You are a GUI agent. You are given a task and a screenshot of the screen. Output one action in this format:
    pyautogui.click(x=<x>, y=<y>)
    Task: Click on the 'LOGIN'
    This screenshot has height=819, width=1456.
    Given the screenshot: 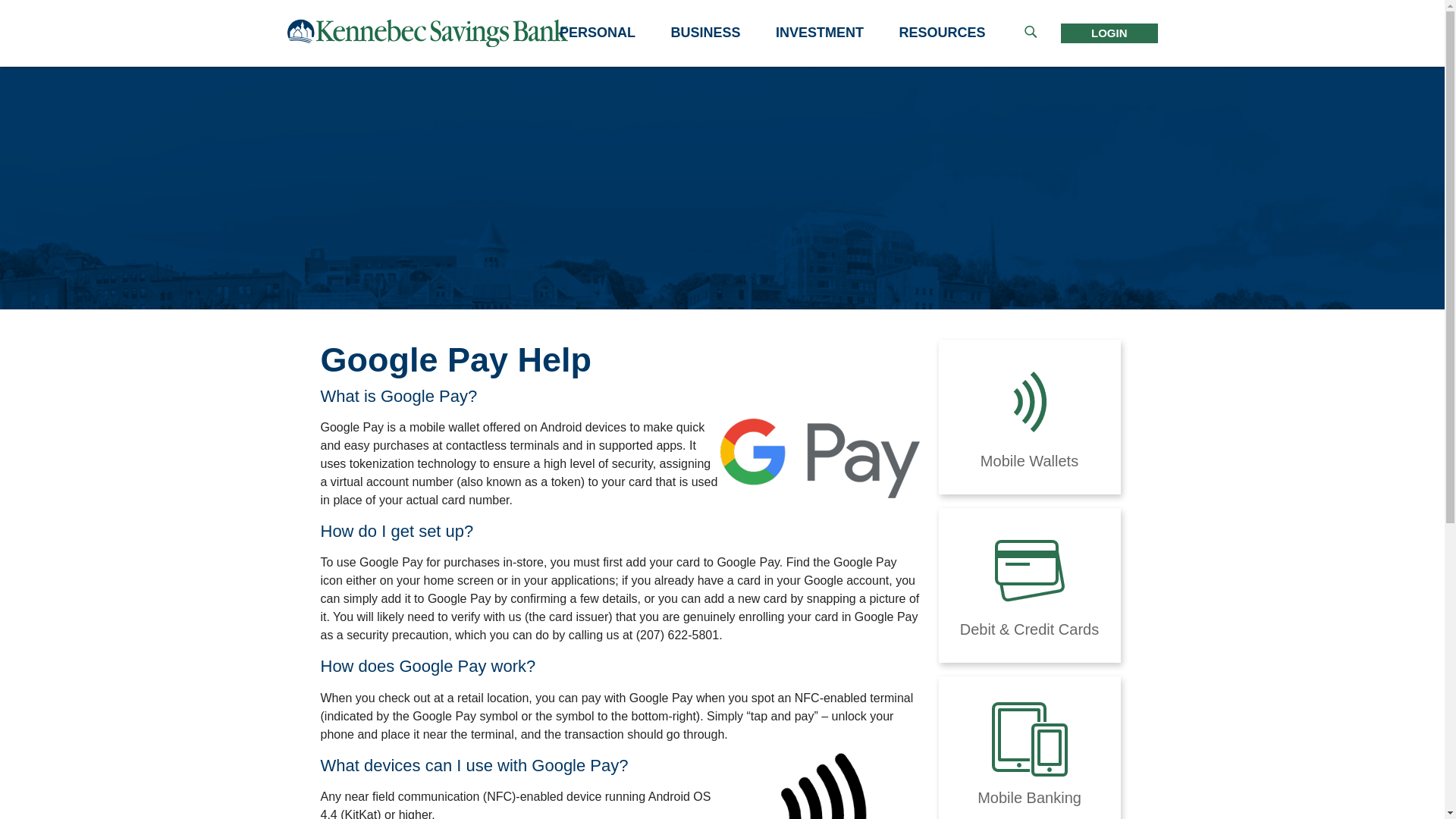 What is the action you would take?
    pyautogui.click(x=1109, y=33)
    